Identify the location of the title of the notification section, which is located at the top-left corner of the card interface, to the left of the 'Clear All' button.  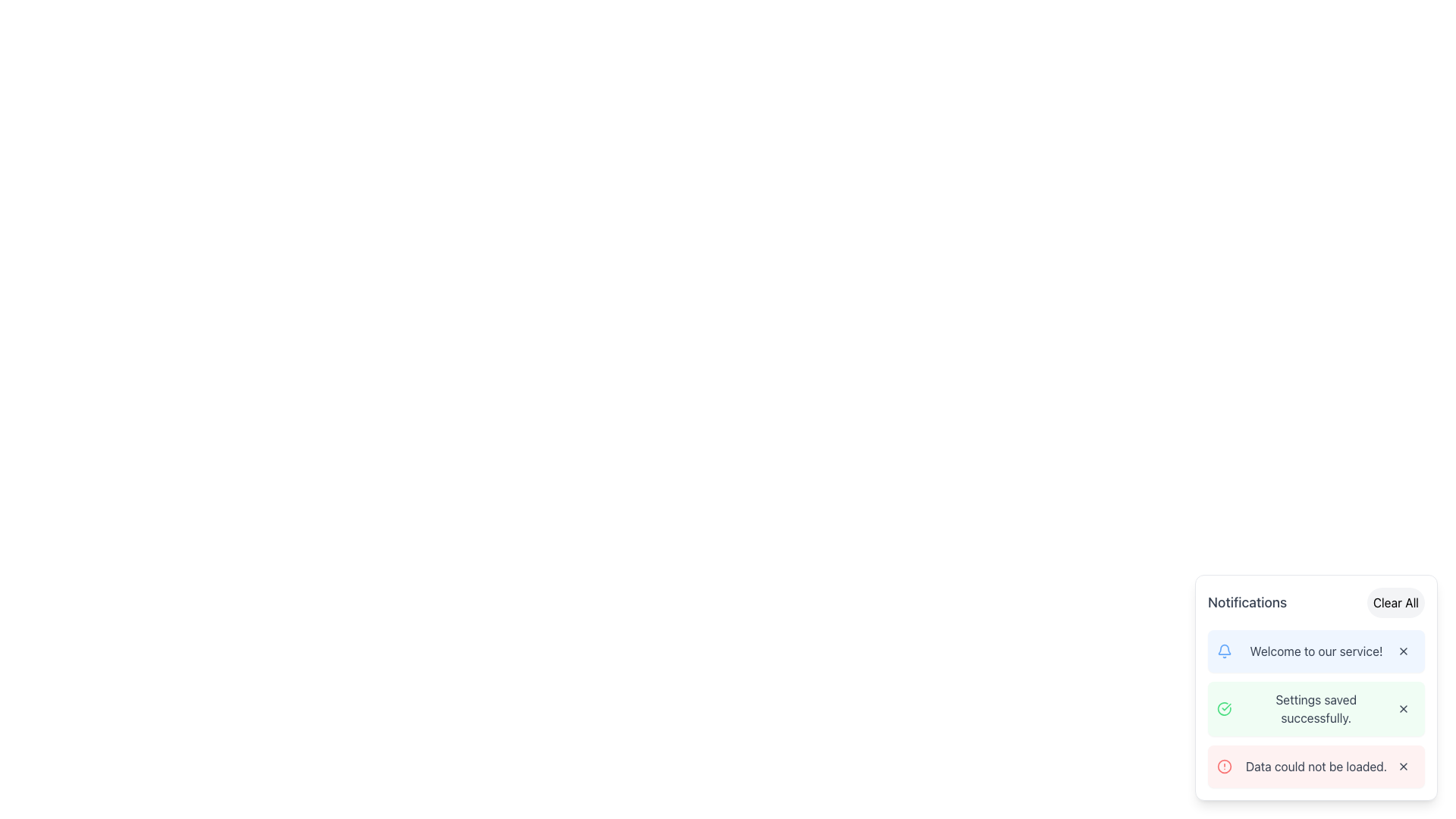
(1247, 601).